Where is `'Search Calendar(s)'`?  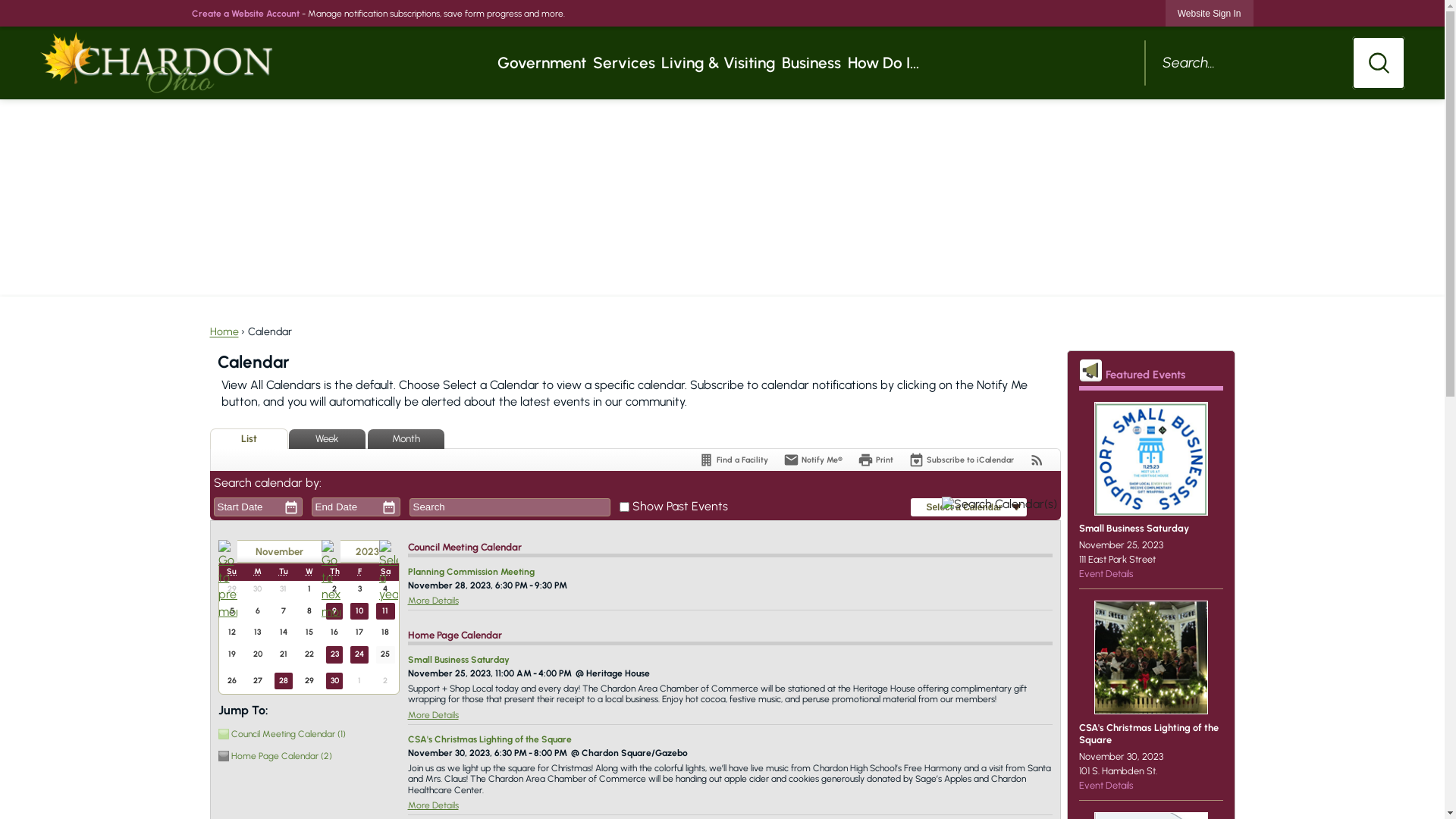 'Search Calendar(s)' is located at coordinates (999, 507).